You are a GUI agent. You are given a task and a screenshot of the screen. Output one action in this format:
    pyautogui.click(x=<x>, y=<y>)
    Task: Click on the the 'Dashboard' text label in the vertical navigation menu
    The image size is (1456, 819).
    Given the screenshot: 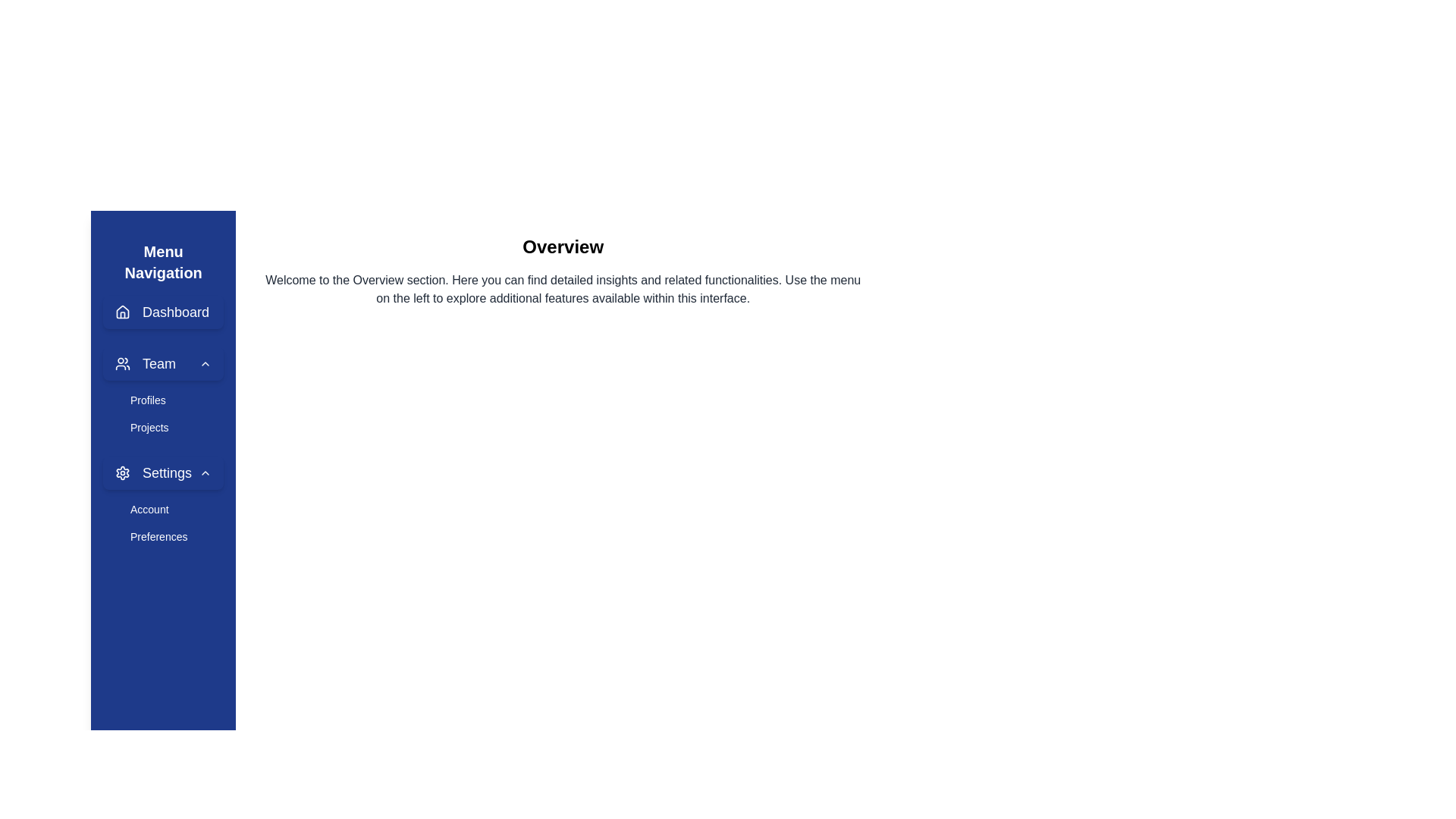 What is the action you would take?
    pyautogui.click(x=177, y=312)
    